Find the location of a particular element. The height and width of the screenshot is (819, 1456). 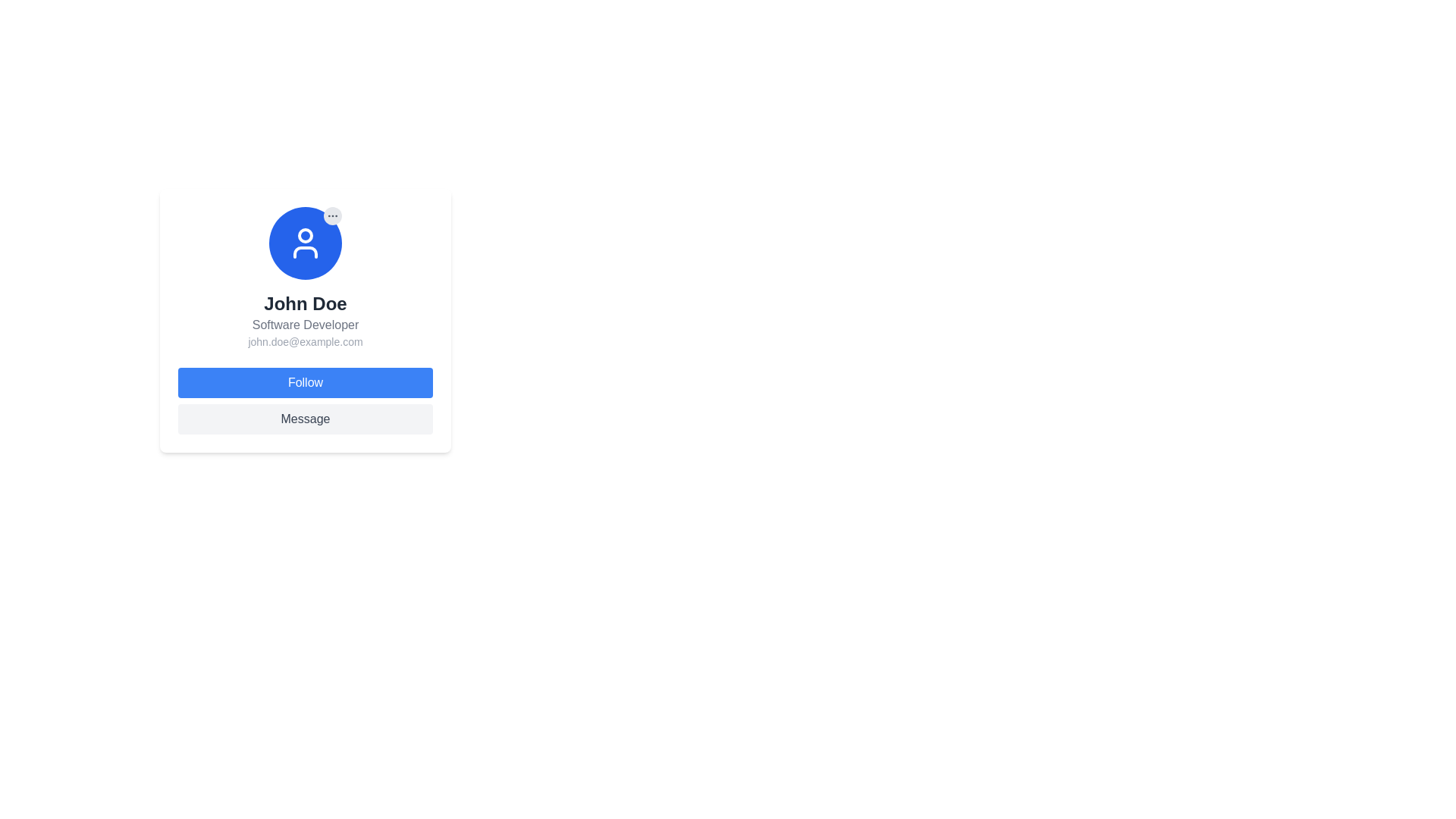

the circular blue icon with a white user icon located at the top-center of the profile card, directly above the name 'John Doe' is located at coordinates (305, 242).